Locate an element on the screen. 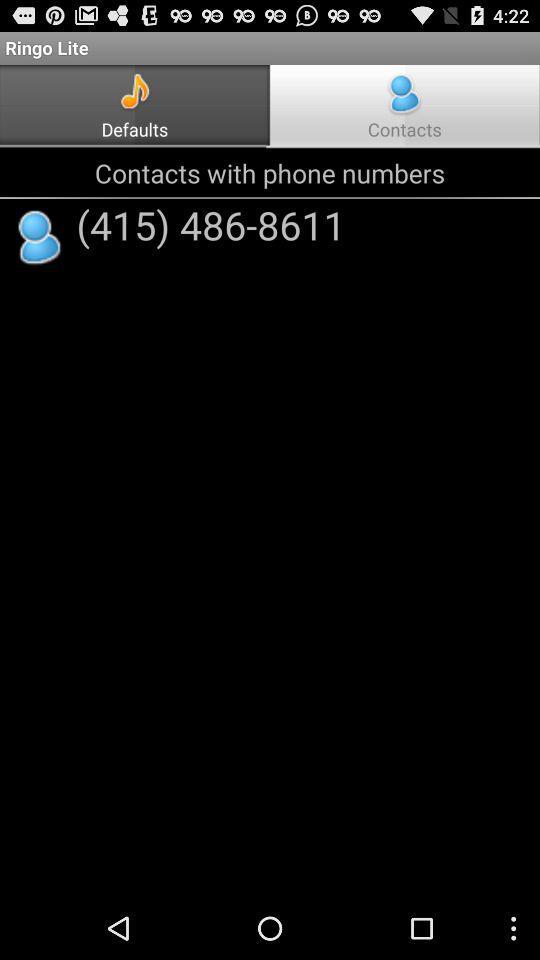  the app to the left of the (415) 486-8611 app is located at coordinates (40, 238).